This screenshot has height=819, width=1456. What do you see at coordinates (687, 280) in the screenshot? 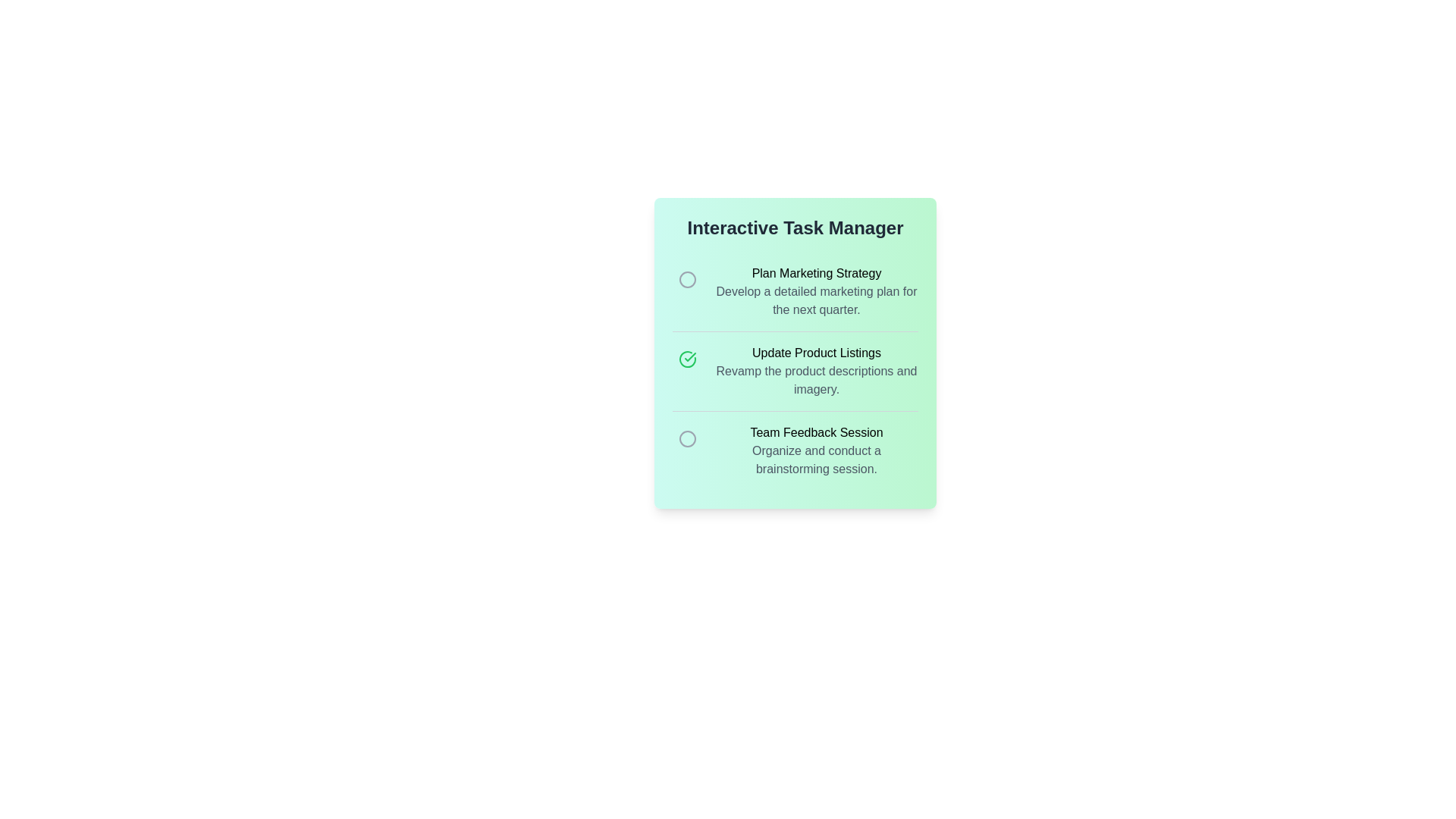
I see `the completion icon for the task 'Plan Marketing Strategy'` at bounding box center [687, 280].